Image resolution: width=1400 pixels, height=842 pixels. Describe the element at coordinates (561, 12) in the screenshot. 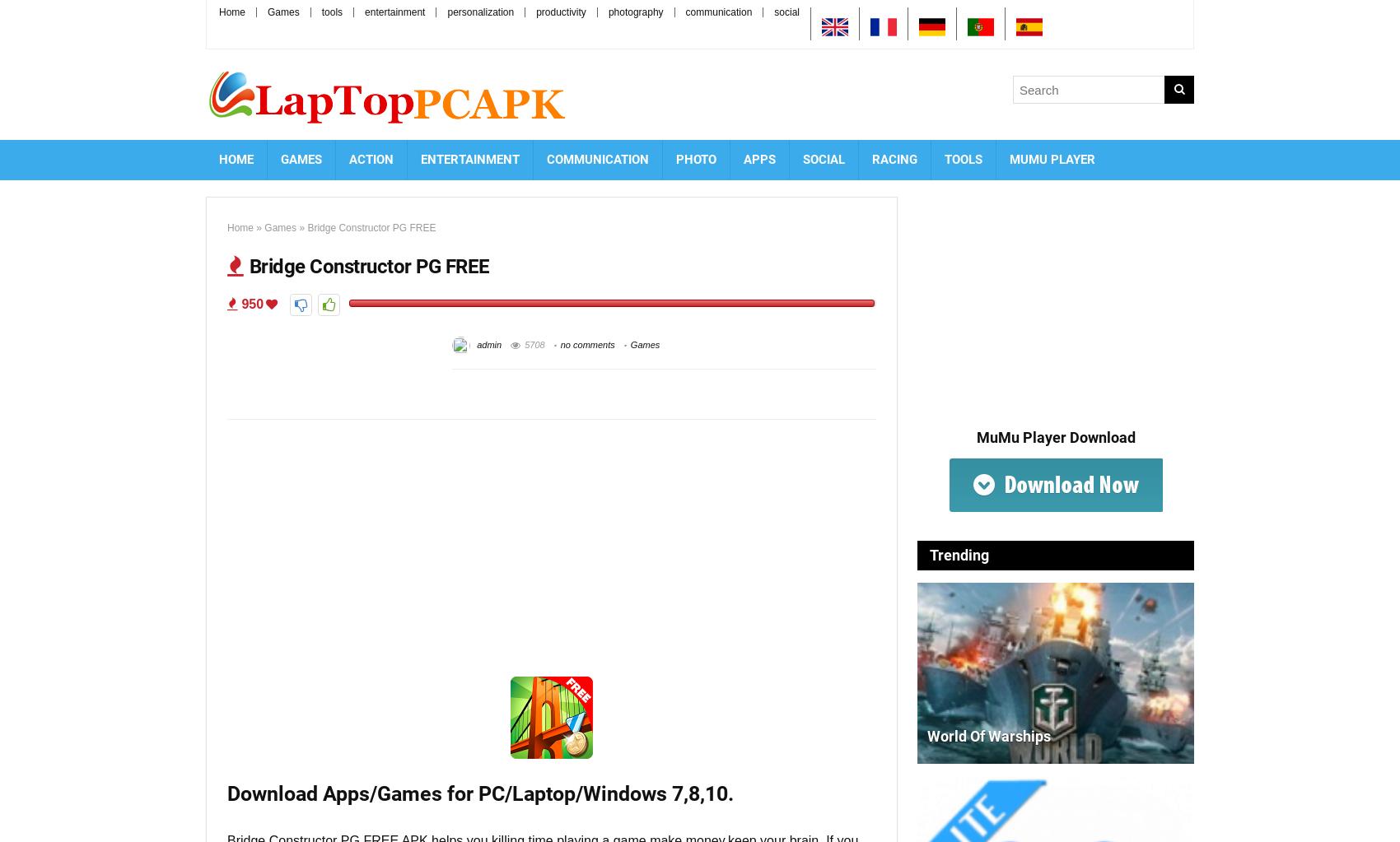

I see `'productivity'` at that location.